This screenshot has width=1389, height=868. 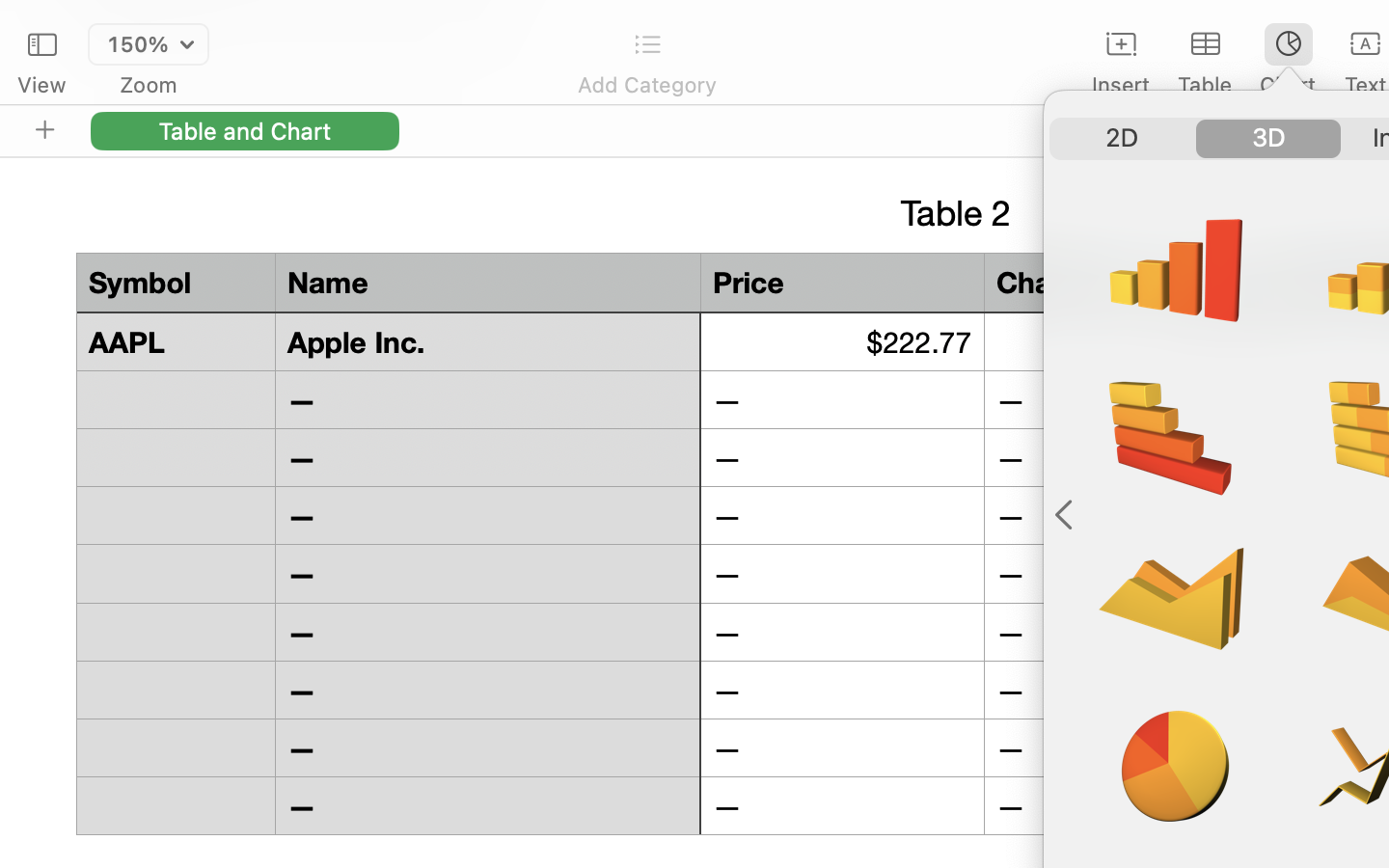 What do you see at coordinates (1120, 84) in the screenshot?
I see `'Insert'` at bounding box center [1120, 84].